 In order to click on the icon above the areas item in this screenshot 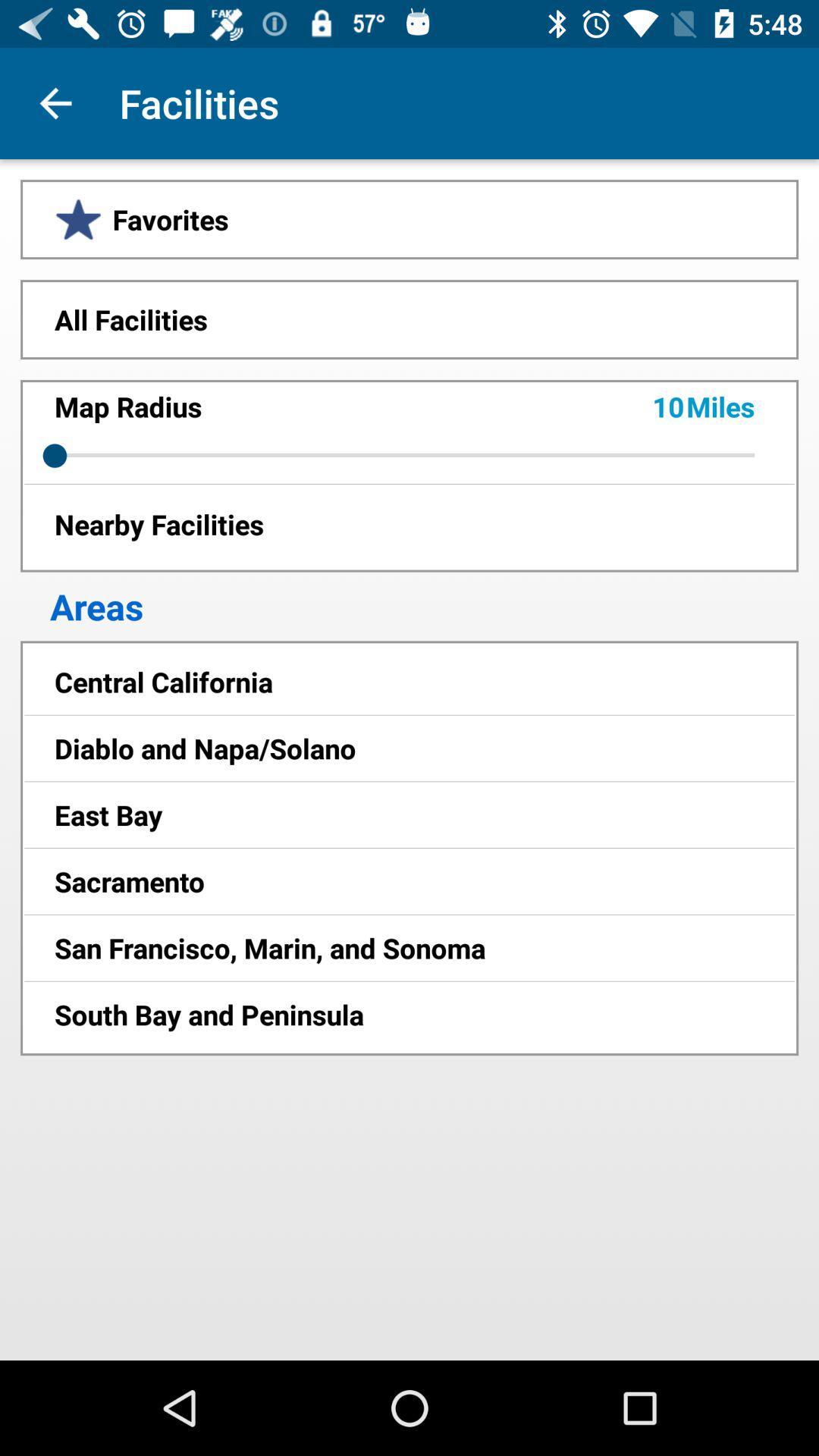, I will do `click(409, 524)`.